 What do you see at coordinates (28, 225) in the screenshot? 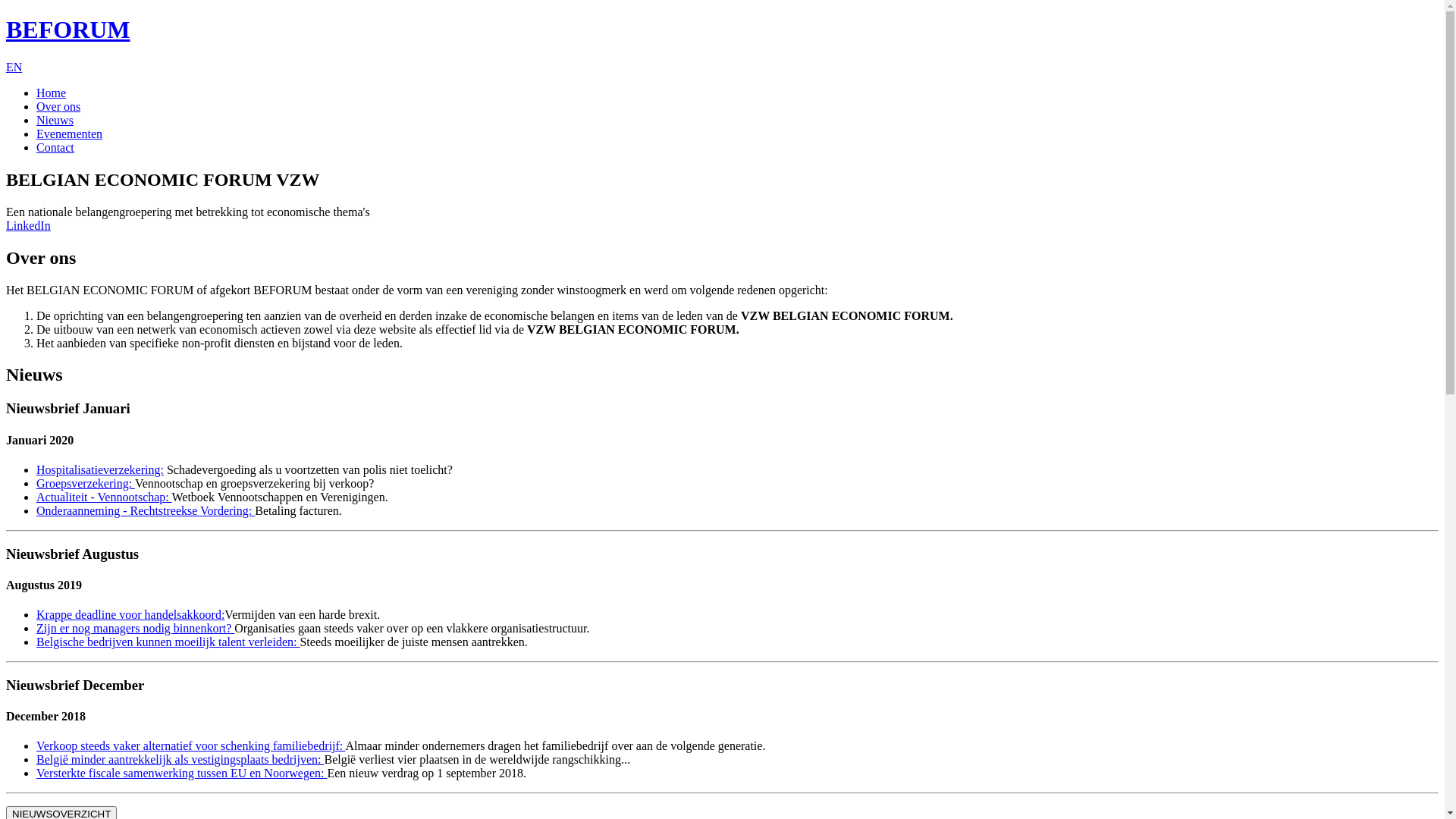
I see `'LinkedIn'` at bounding box center [28, 225].